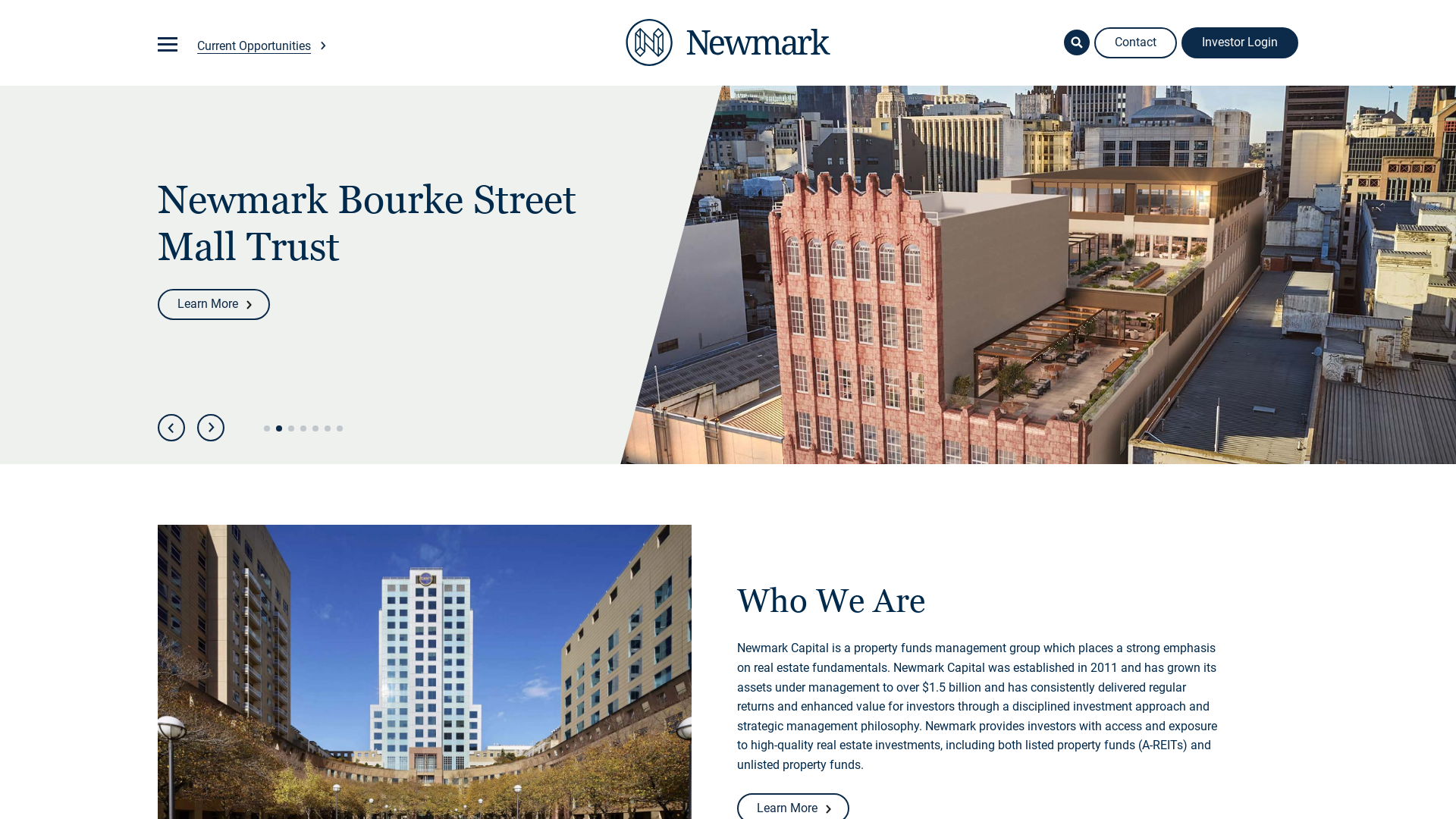  What do you see at coordinates (268, 426) in the screenshot?
I see `'1'` at bounding box center [268, 426].